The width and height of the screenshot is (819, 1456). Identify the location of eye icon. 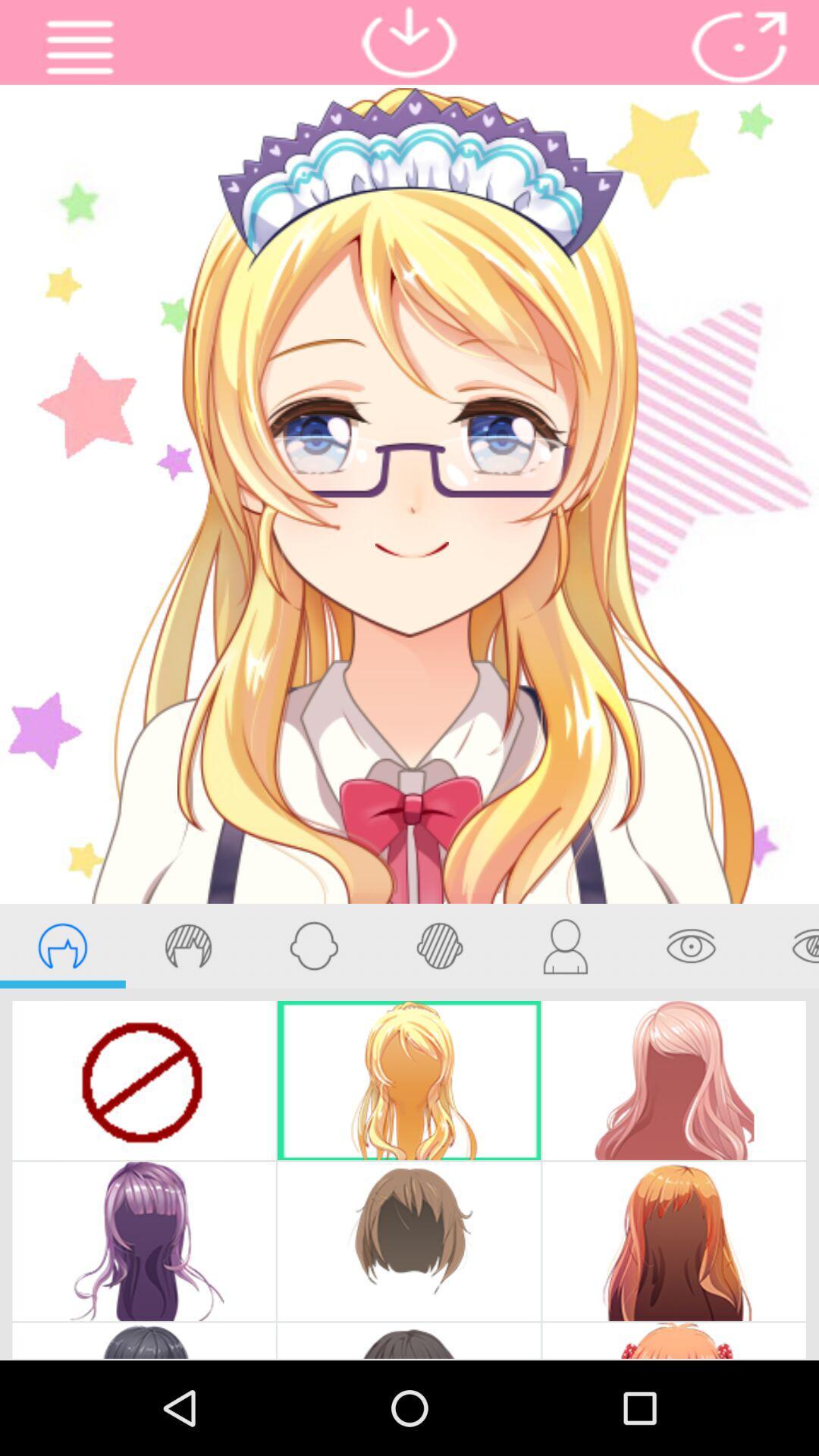
(691, 946).